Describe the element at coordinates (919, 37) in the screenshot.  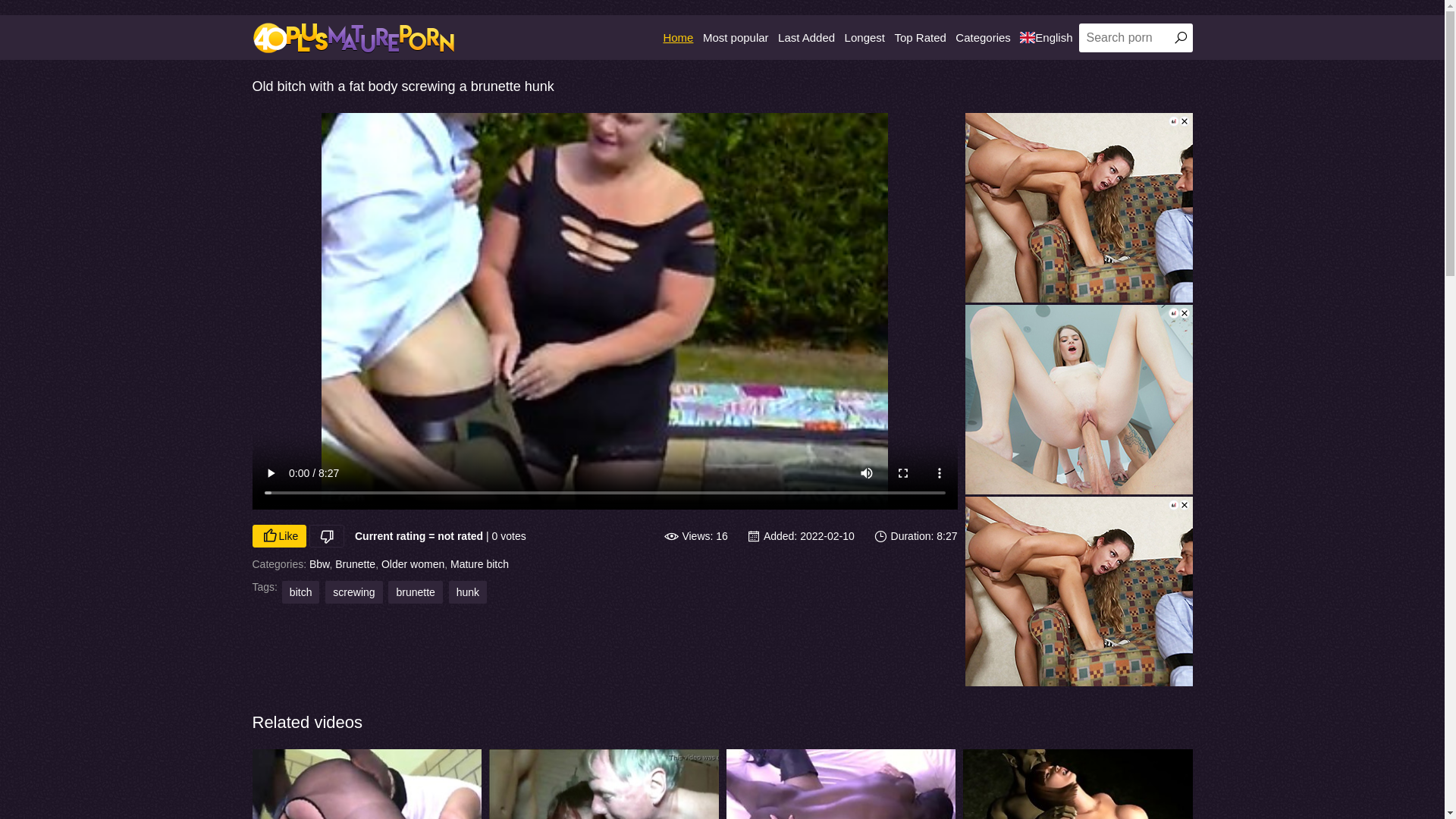
I see `'Top Rated'` at that location.